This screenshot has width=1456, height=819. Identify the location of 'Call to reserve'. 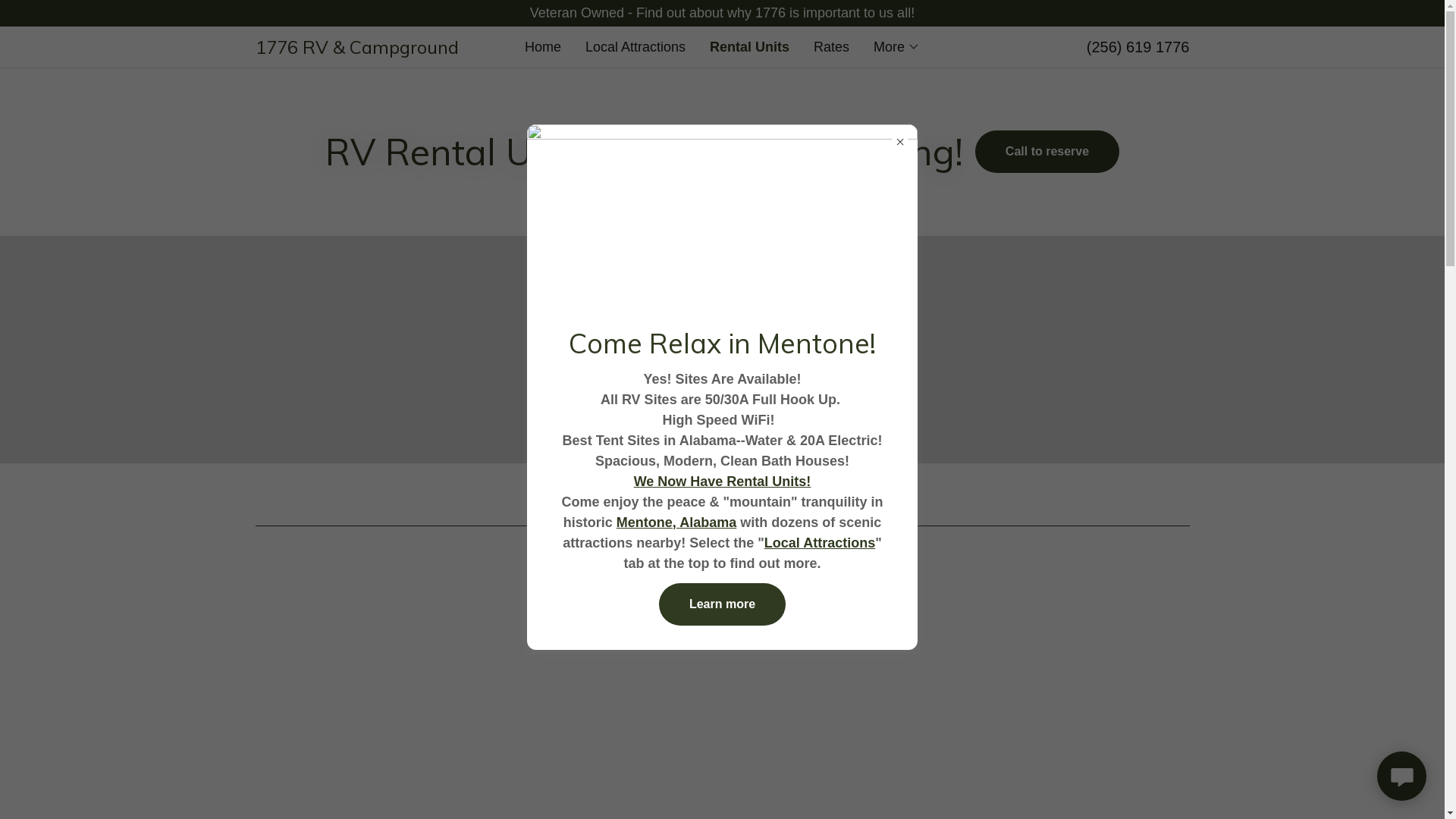
(1046, 152).